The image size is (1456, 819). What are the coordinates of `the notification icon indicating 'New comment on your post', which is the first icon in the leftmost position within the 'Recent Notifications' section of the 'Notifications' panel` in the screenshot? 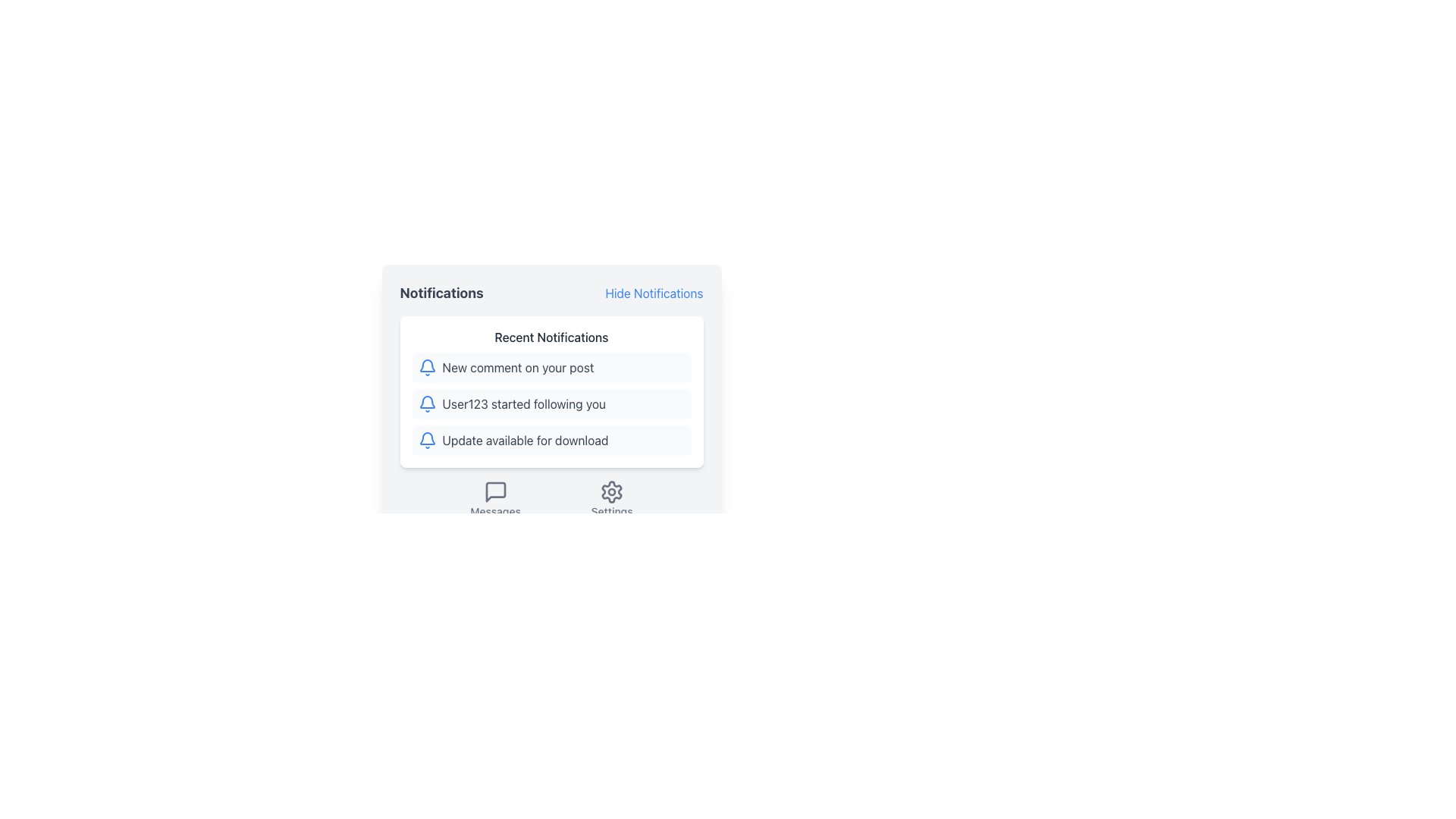 It's located at (426, 368).